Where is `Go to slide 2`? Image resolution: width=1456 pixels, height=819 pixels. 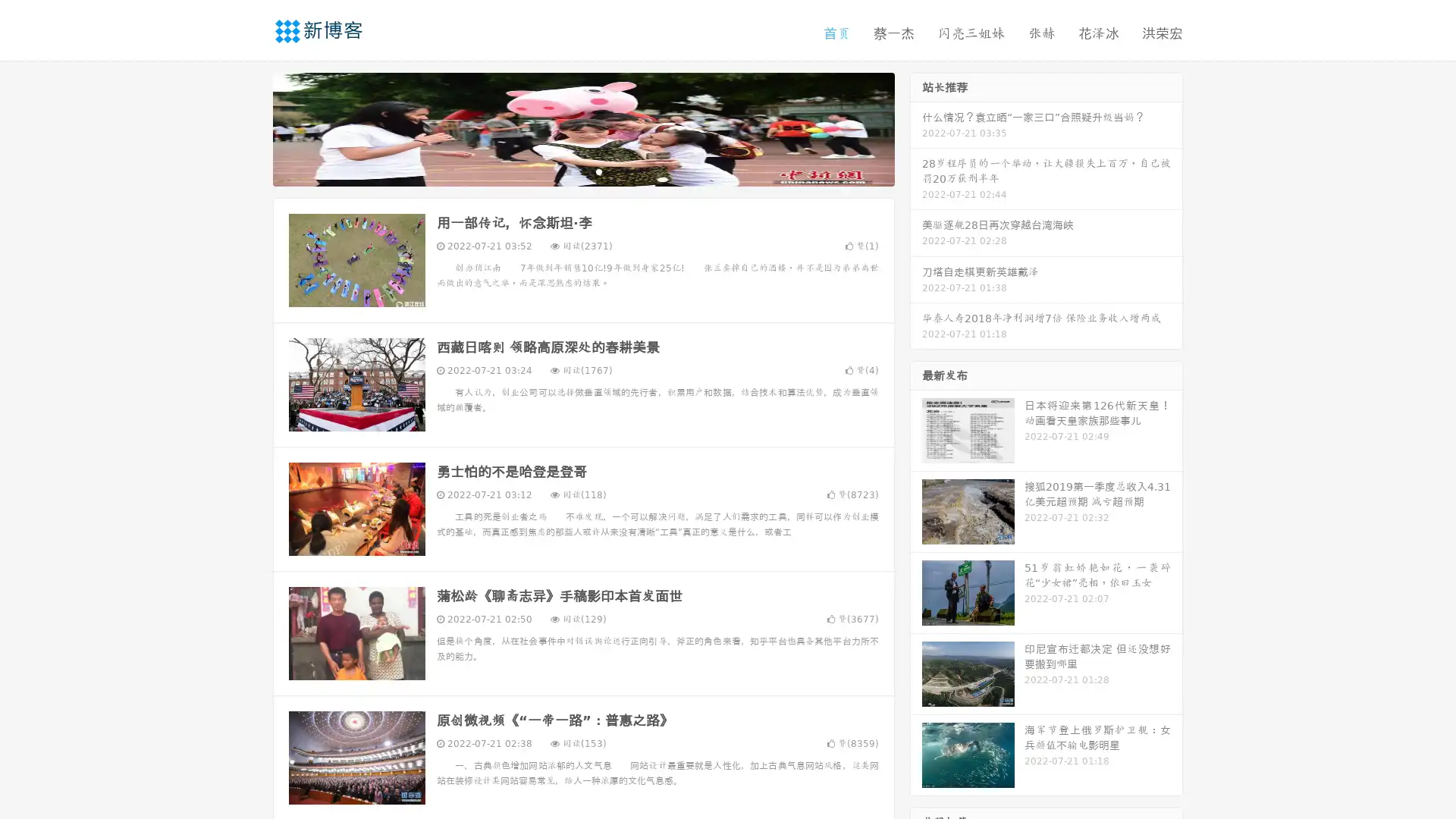 Go to slide 2 is located at coordinates (582, 171).